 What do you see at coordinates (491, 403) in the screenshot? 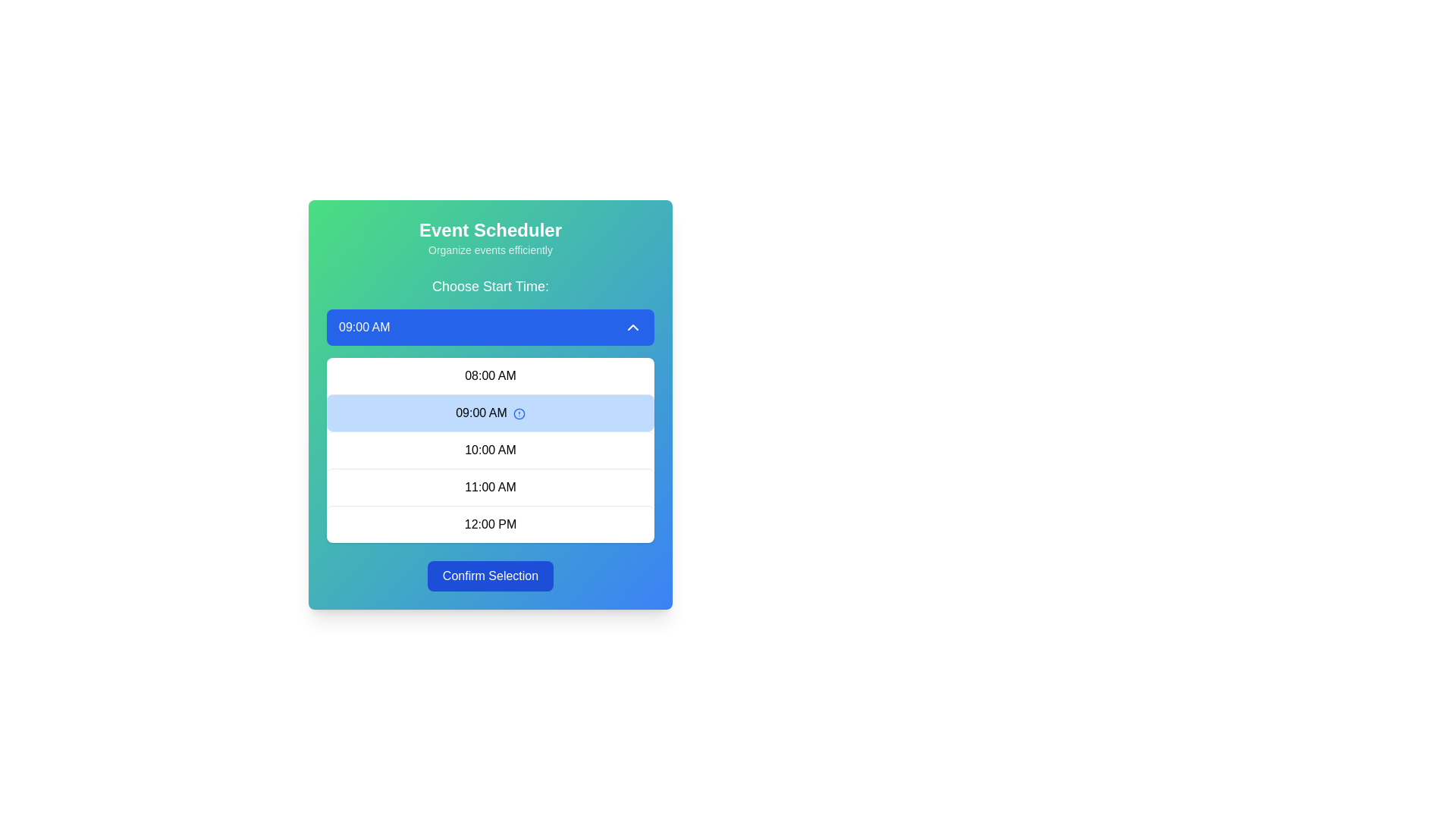
I see `the dropdown menu containing the list item '09:00 AM' which is highlighted with a blue background in the 'Event Scheduler' modal` at bounding box center [491, 403].